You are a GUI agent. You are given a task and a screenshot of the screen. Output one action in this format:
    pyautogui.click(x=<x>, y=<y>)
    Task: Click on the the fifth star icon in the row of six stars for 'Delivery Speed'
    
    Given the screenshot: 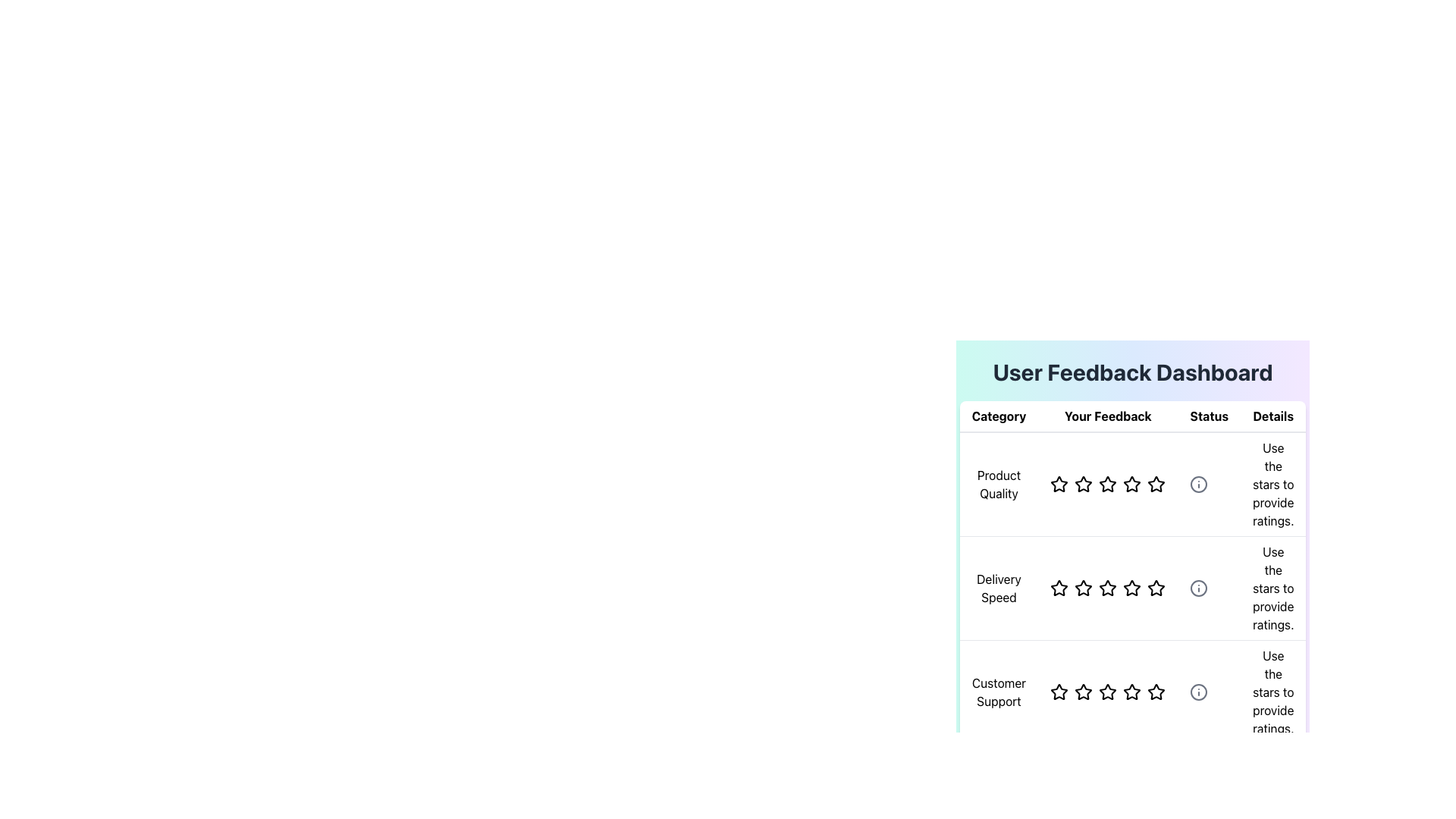 What is the action you would take?
    pyautogui.click(x=1156, y=587)
    